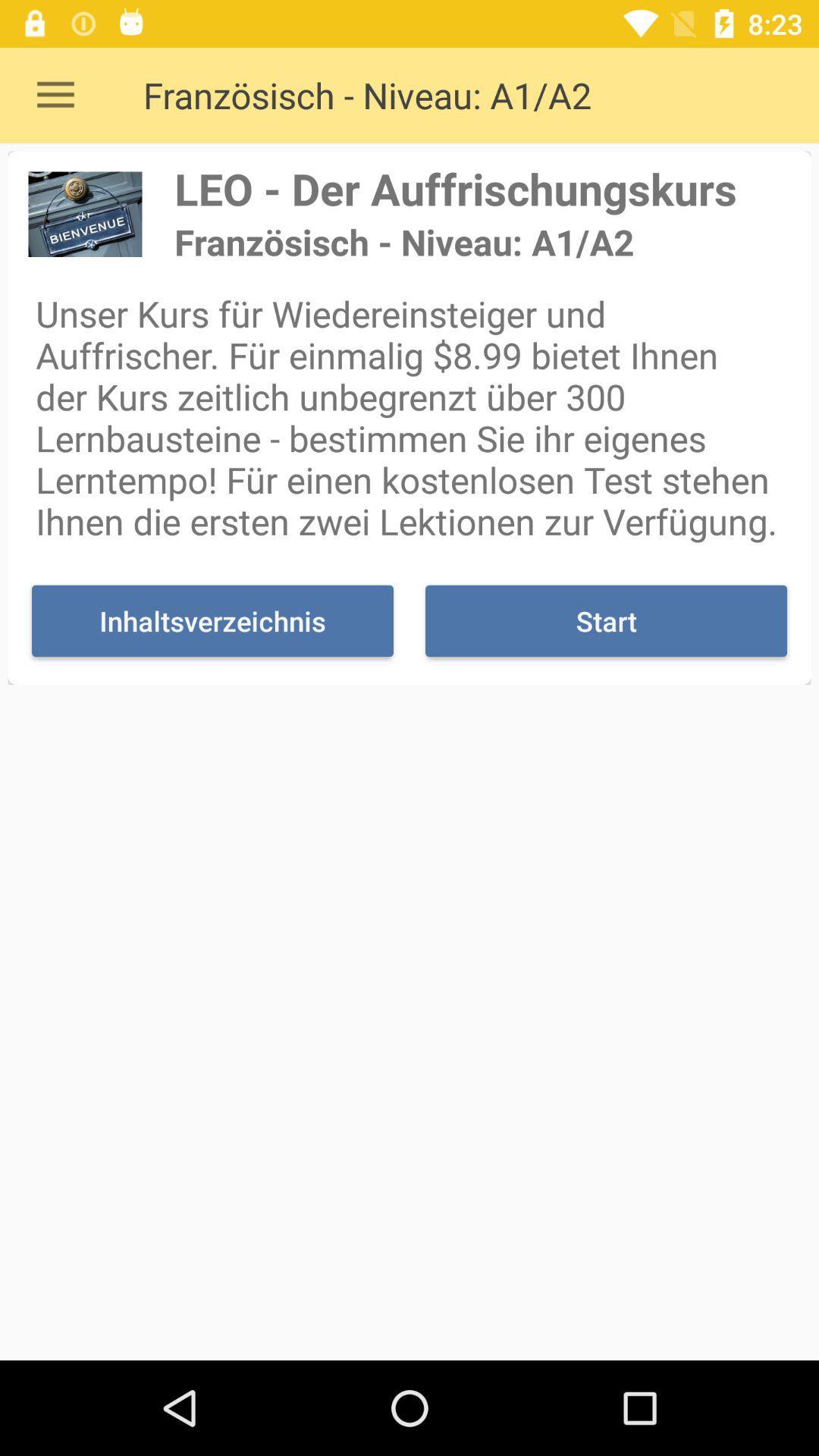 The width and height of the screenshot is (819, 1456). What do you see at coordinates (605, 621) in the screenshot?
I see `item next to the inhaltsverzeichnis` at bounding box center [605, 621].